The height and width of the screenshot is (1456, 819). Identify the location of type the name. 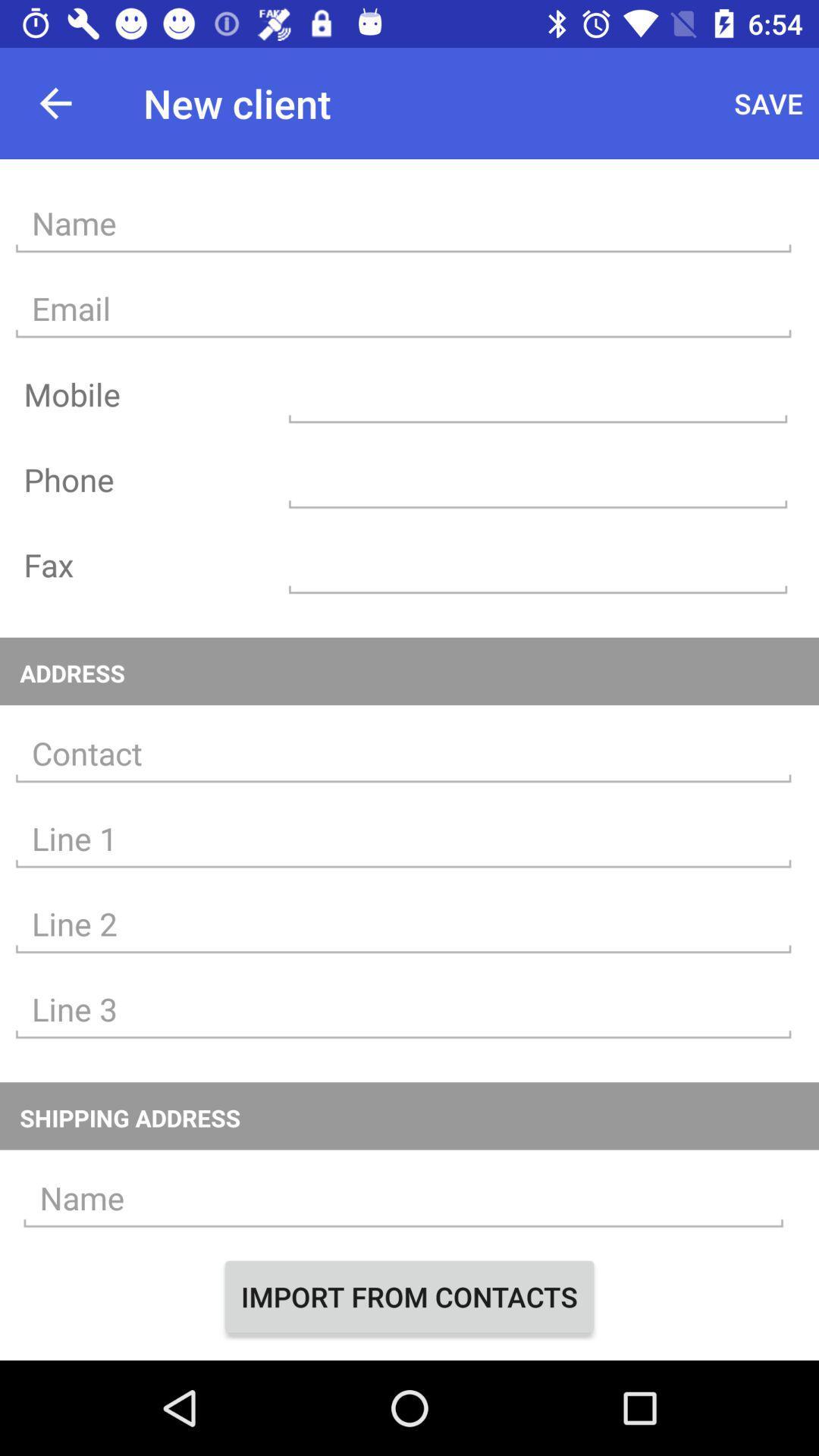
(403, 1197).